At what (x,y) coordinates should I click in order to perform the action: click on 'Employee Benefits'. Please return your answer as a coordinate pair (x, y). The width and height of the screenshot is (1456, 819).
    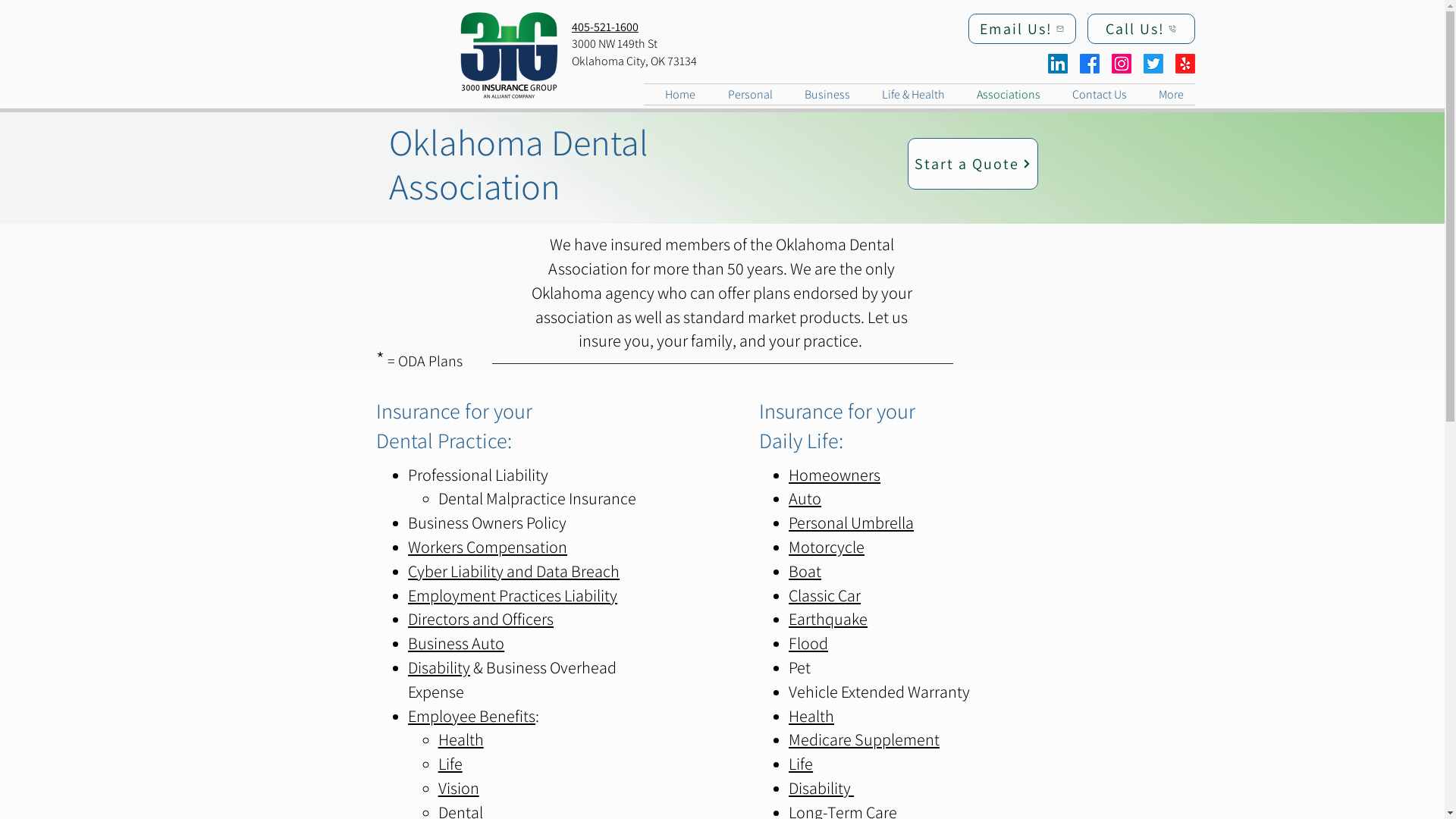
    Looking at the image, I should click on (407, 716).